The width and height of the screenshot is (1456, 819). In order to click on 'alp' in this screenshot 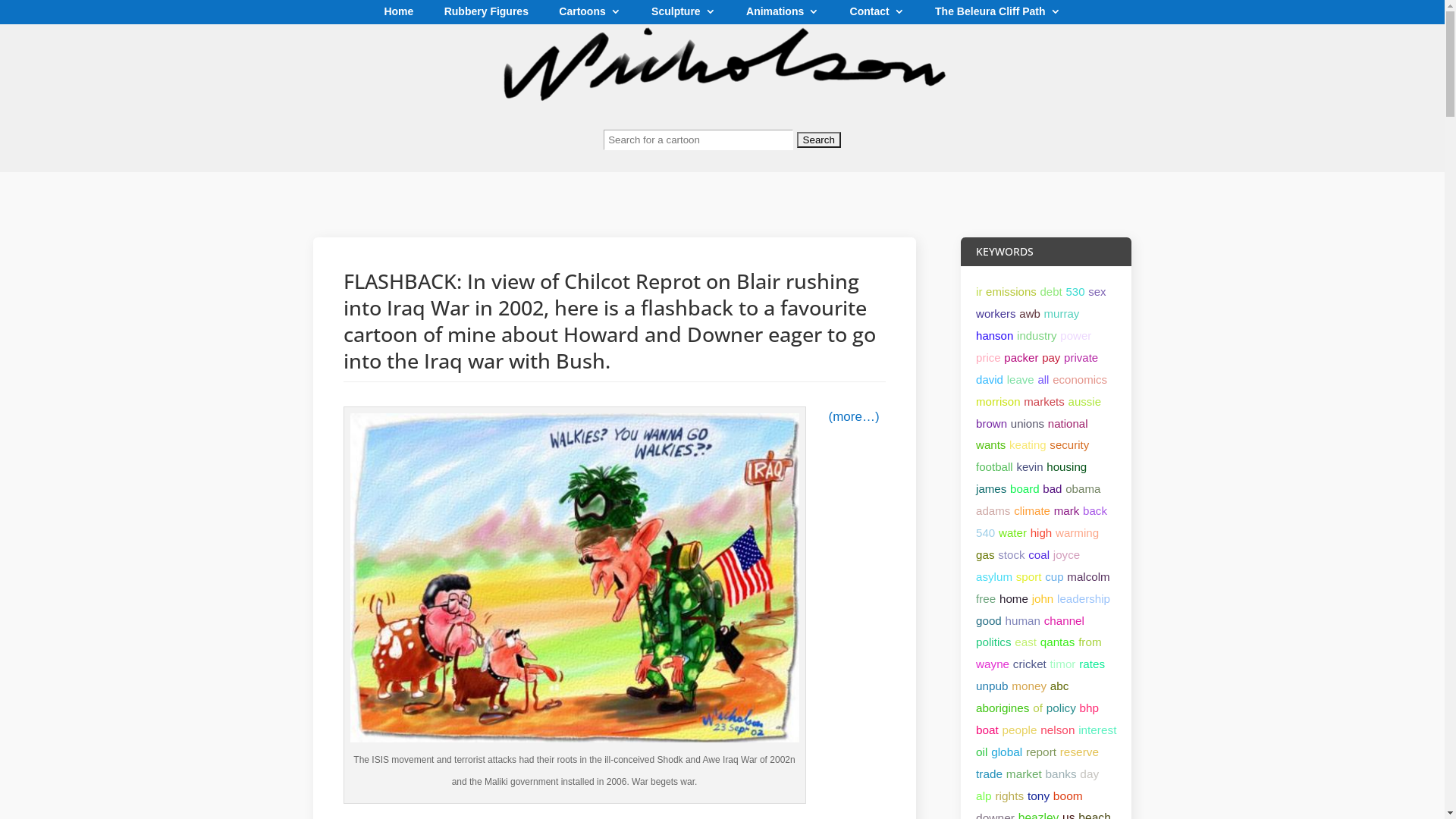, I will do `click(975, 795)`.